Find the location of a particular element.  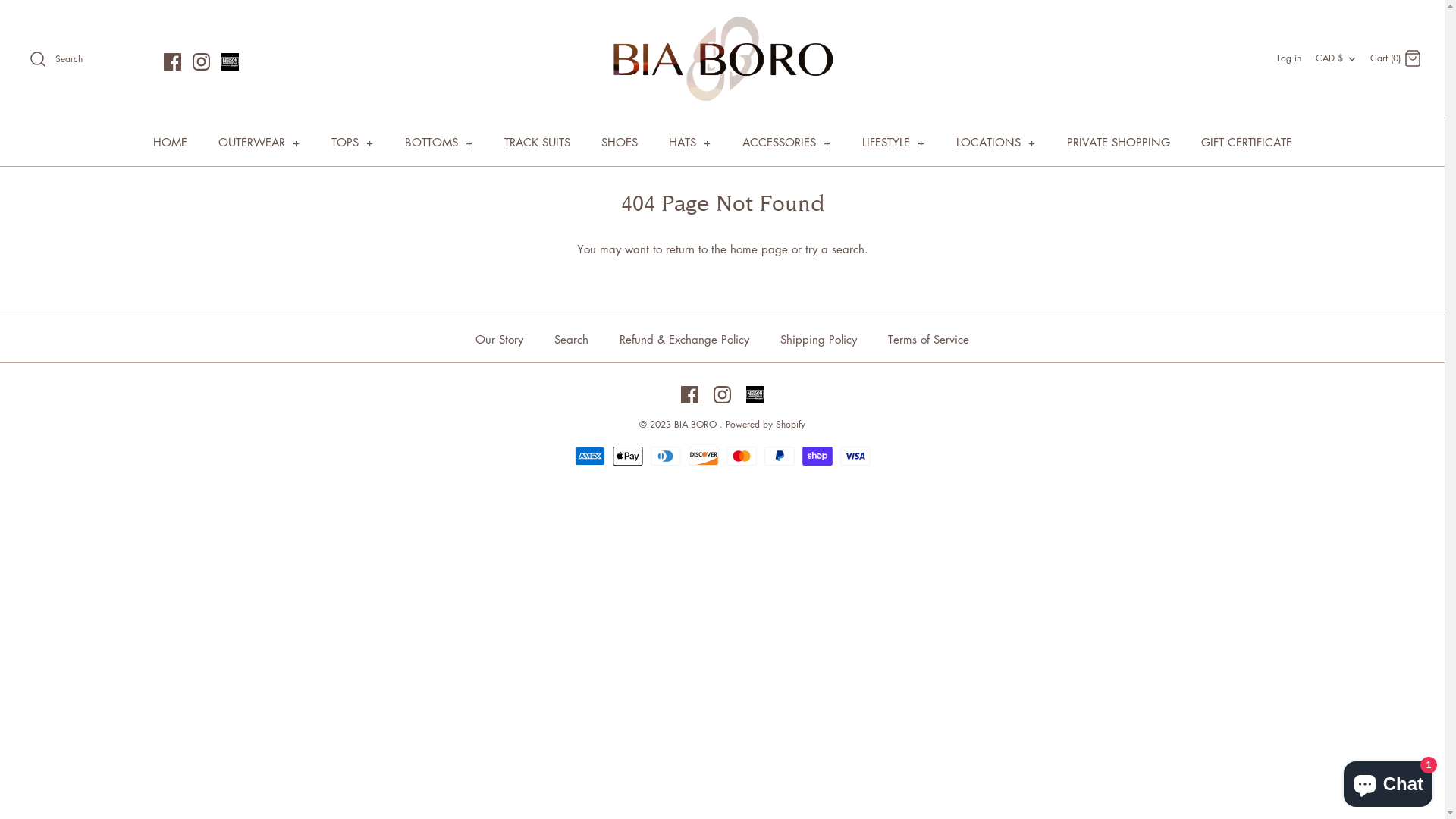

'Powered by Shopify' is located at coordinates (765, 424).